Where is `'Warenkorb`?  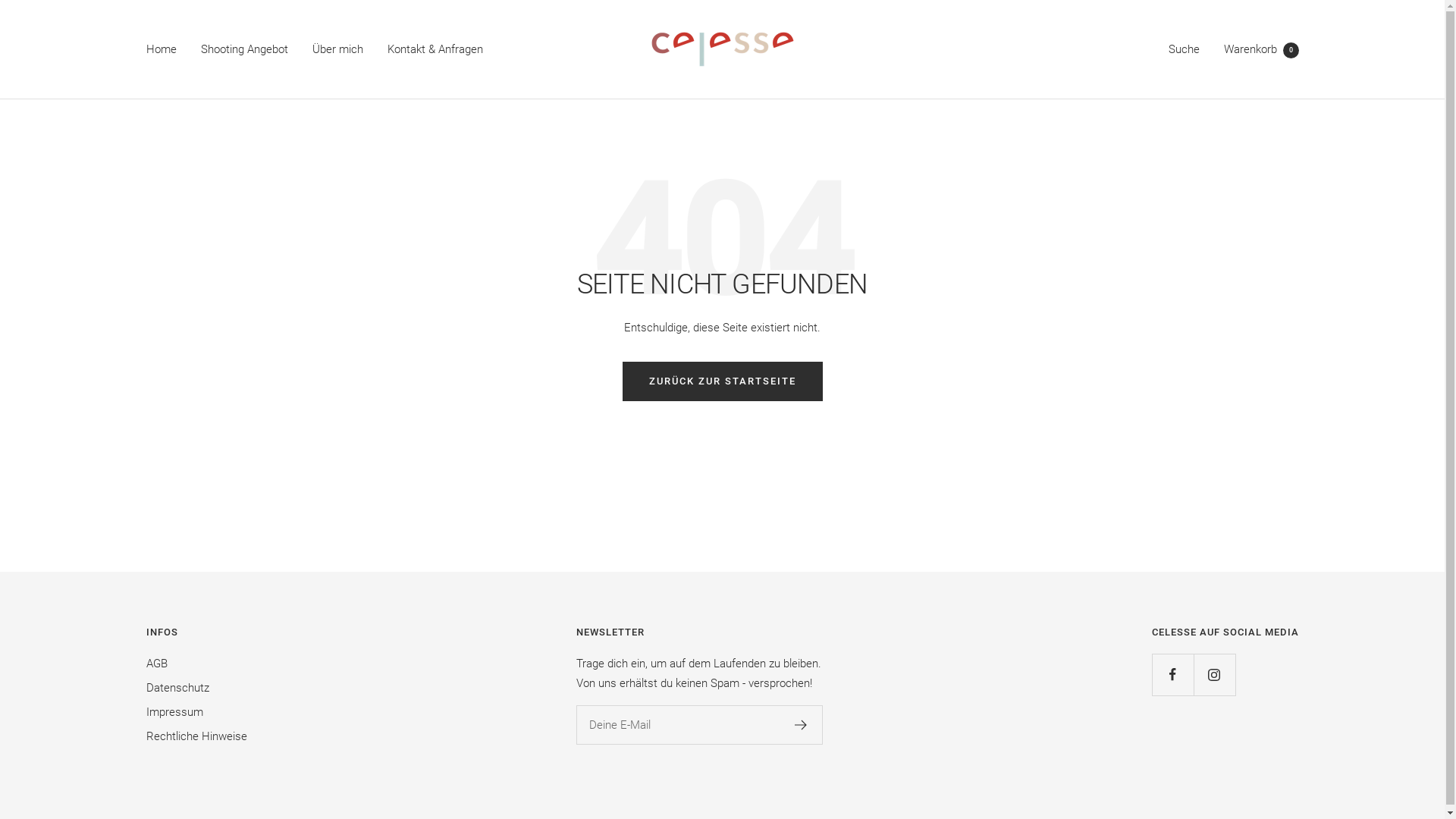 'Warenkorb is located at coordinates (1261, 49).